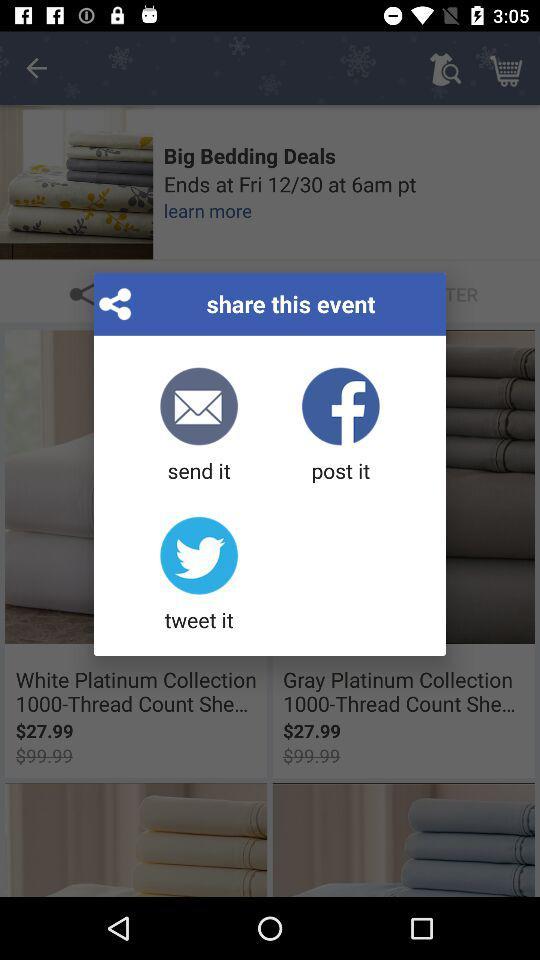 The image size is (540, 960). What do you see at coordinates (339, 426) in the screenshot?
I see `the post it item` at bounding box center [339, 426].